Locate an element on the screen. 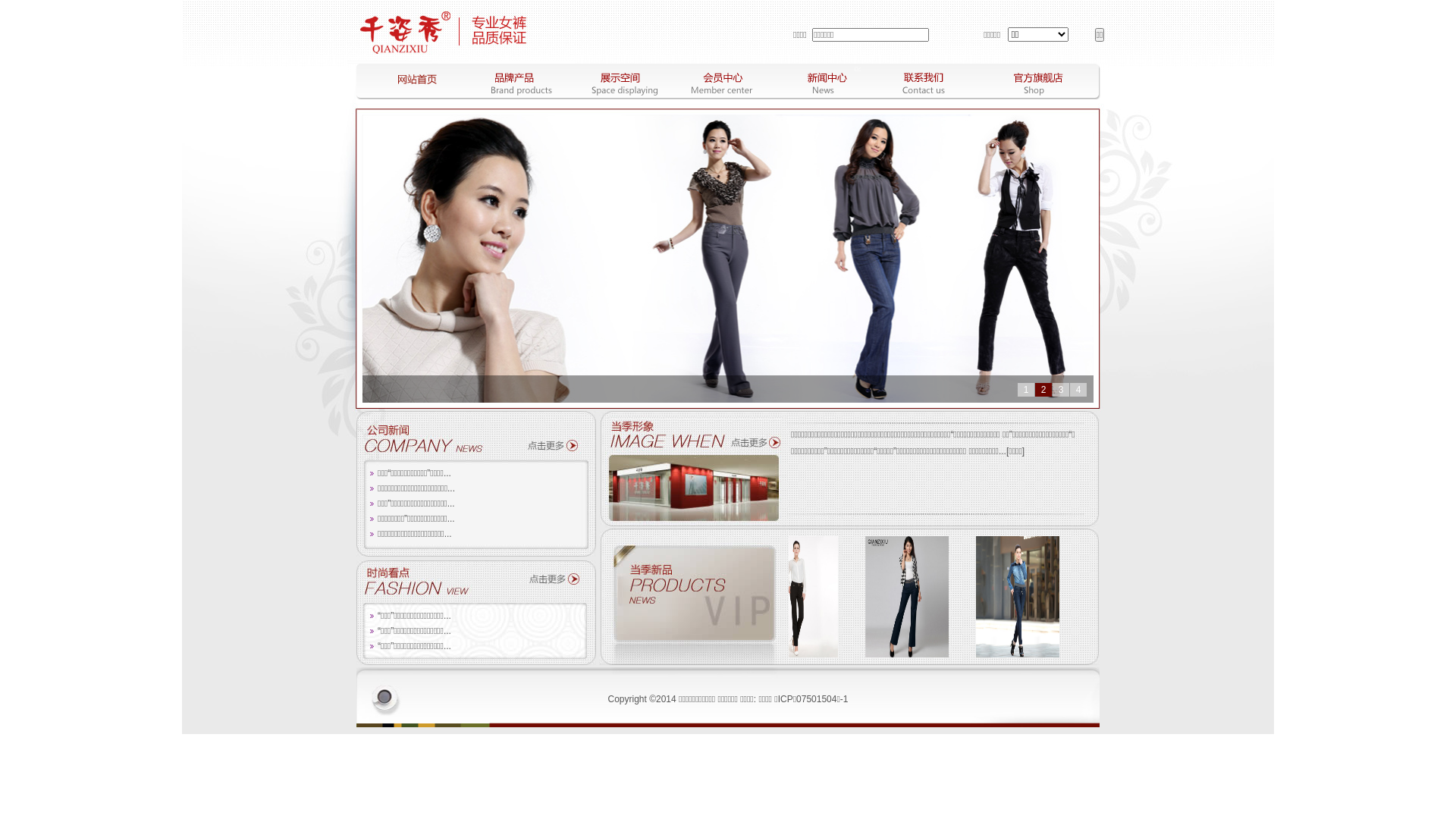 The image size is (1456, 819). '1' is located at coordinates (1026, 388).